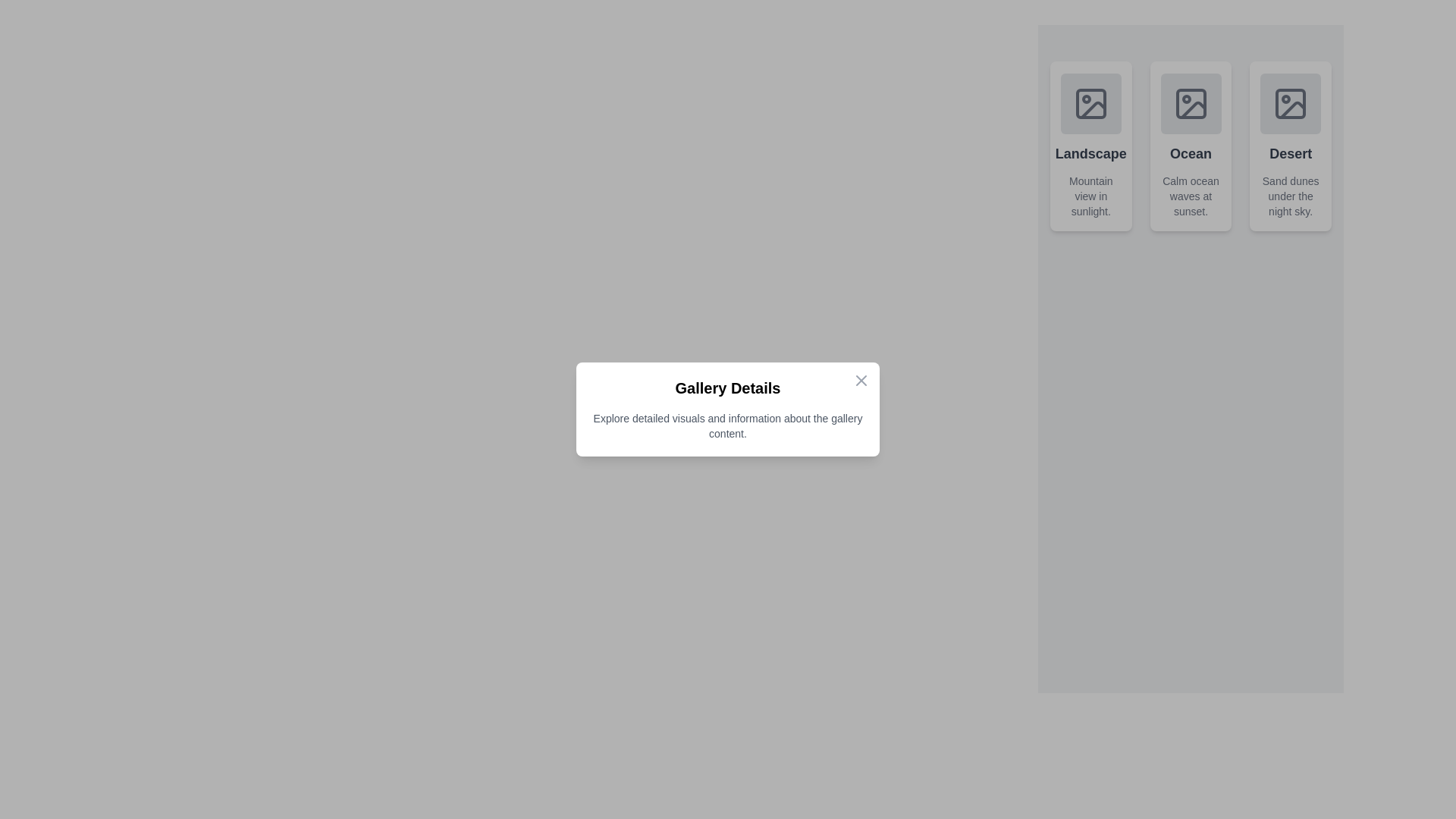 This screenshot has width=1456, height=819. Describe the element at coordinates (1090, 154) in the screenshot. I see `the Text label at the top section of the leftmost card in a group of three cards` at that location.